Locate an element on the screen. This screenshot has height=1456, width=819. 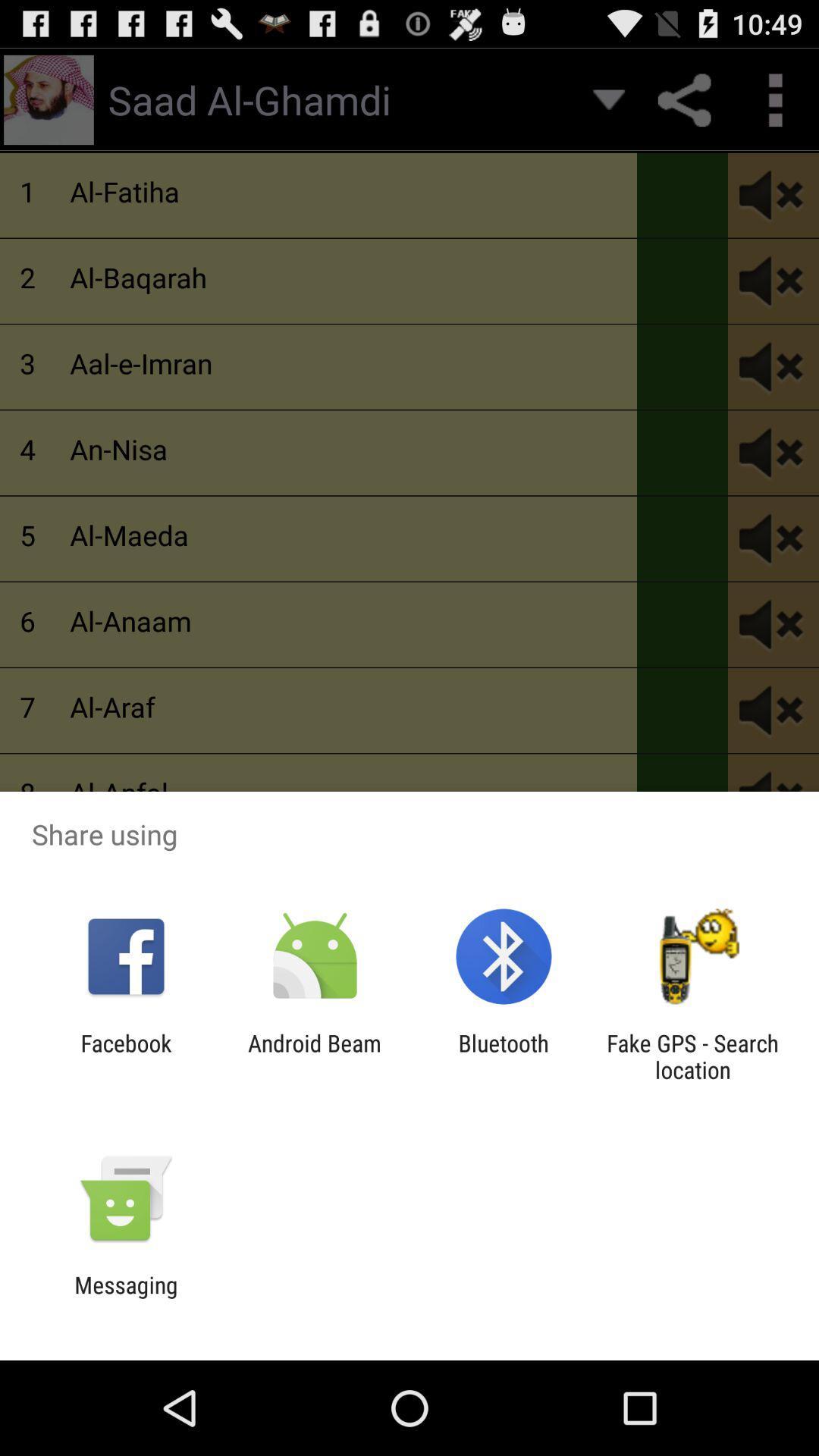
the bluetooth item is located at coordinates (504, 1056).